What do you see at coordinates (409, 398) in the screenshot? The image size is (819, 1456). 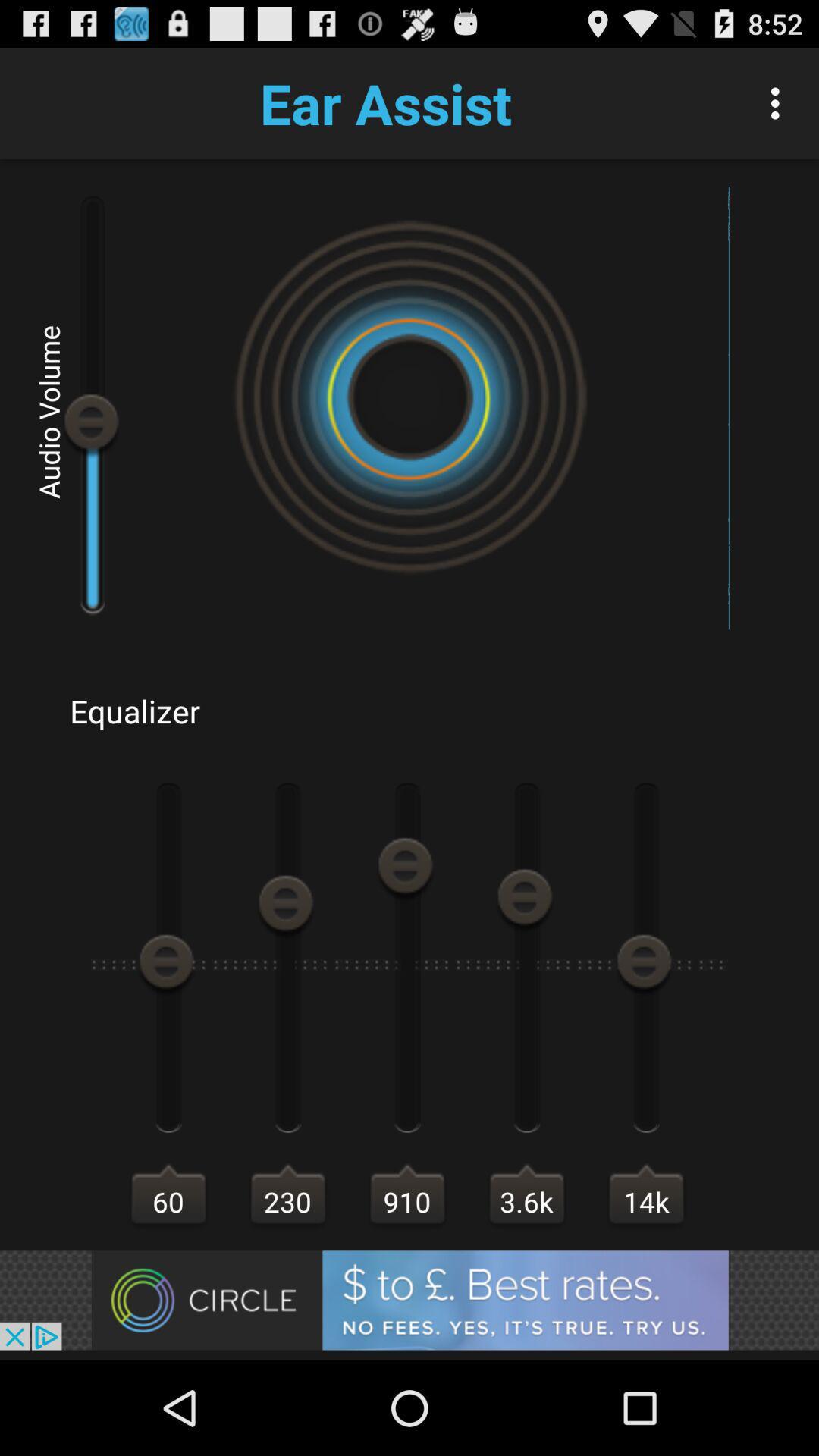 I see `the symbol at the center of the page` at bounding box center [409, 398].